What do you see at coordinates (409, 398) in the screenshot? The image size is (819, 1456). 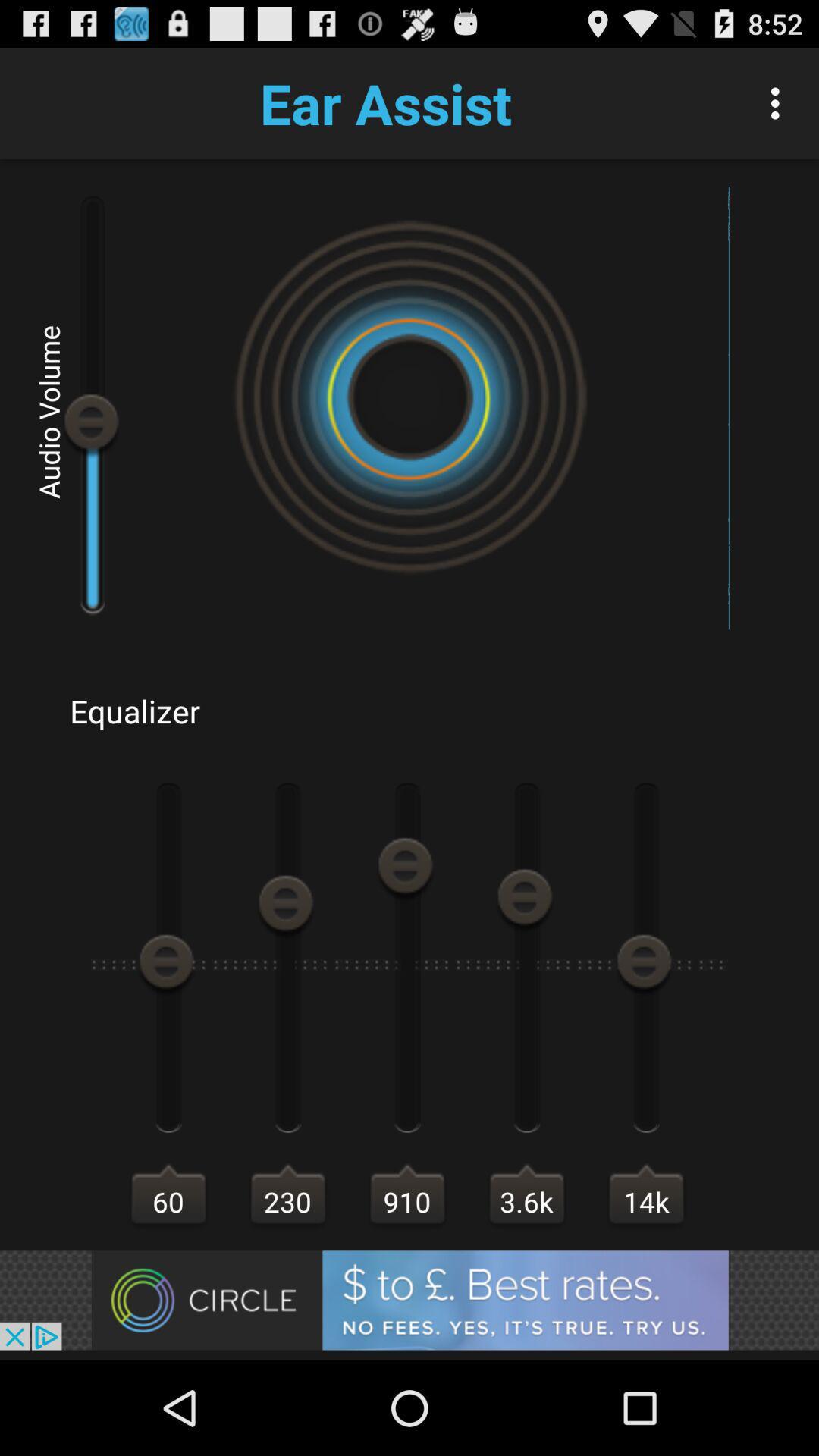 I see `the symbol at the center of the page` at bounding box center [409, 398].